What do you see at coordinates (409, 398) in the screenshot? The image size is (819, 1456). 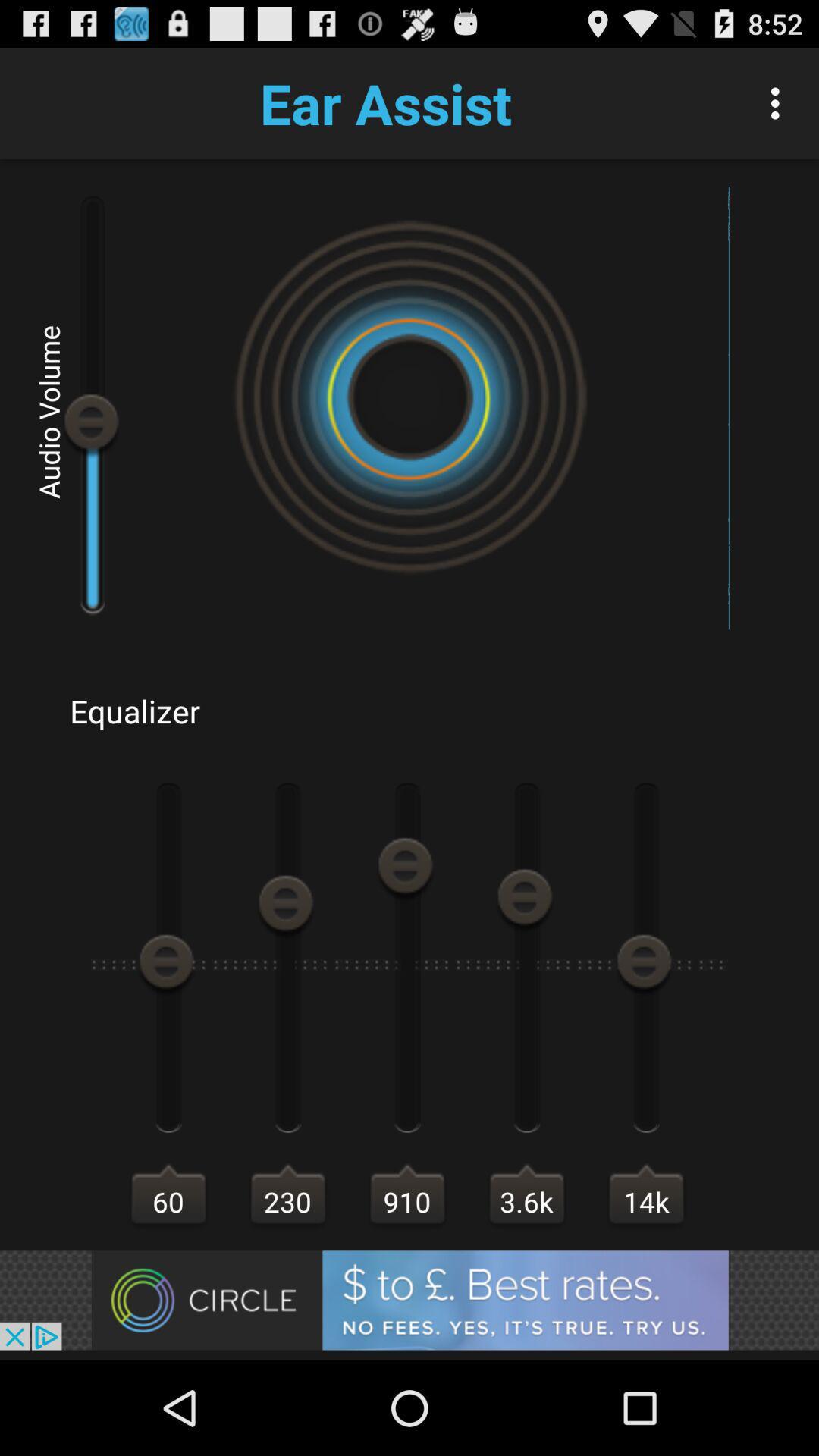 I see `the symbol at the center of the page` at bounding box center [409, 398].